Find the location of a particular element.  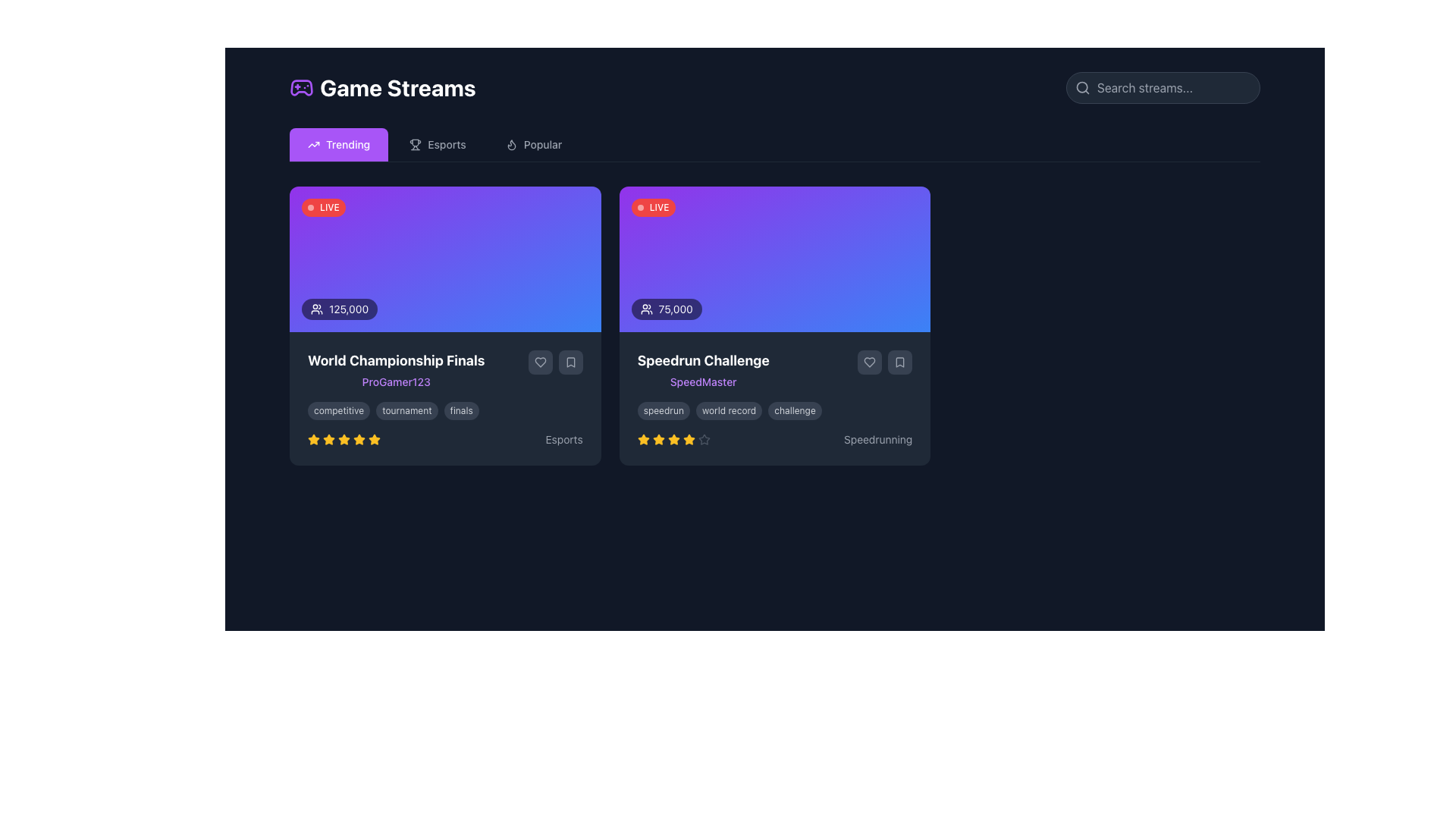

the bookmark icon, which is the light gray outline of a bookmark symbol located at the bottom right corner of the 'Speedrun Challenge' card is located at coordinates (900, 362).